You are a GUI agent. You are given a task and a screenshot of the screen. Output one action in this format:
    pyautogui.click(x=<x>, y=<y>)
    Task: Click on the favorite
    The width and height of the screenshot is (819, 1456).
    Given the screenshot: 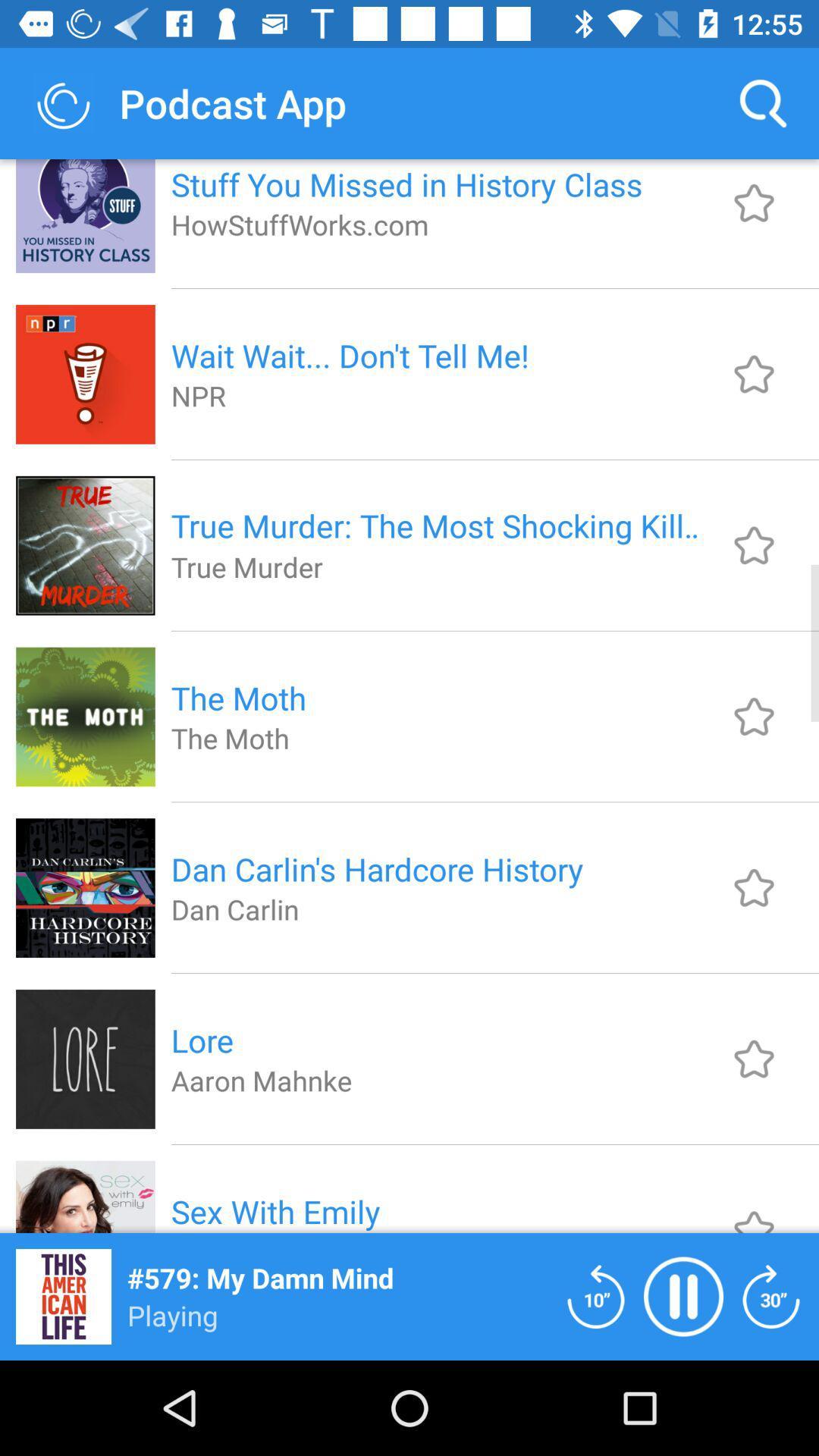 What is the action you would take?
    pyautogui.click(x=754, y=716)
    